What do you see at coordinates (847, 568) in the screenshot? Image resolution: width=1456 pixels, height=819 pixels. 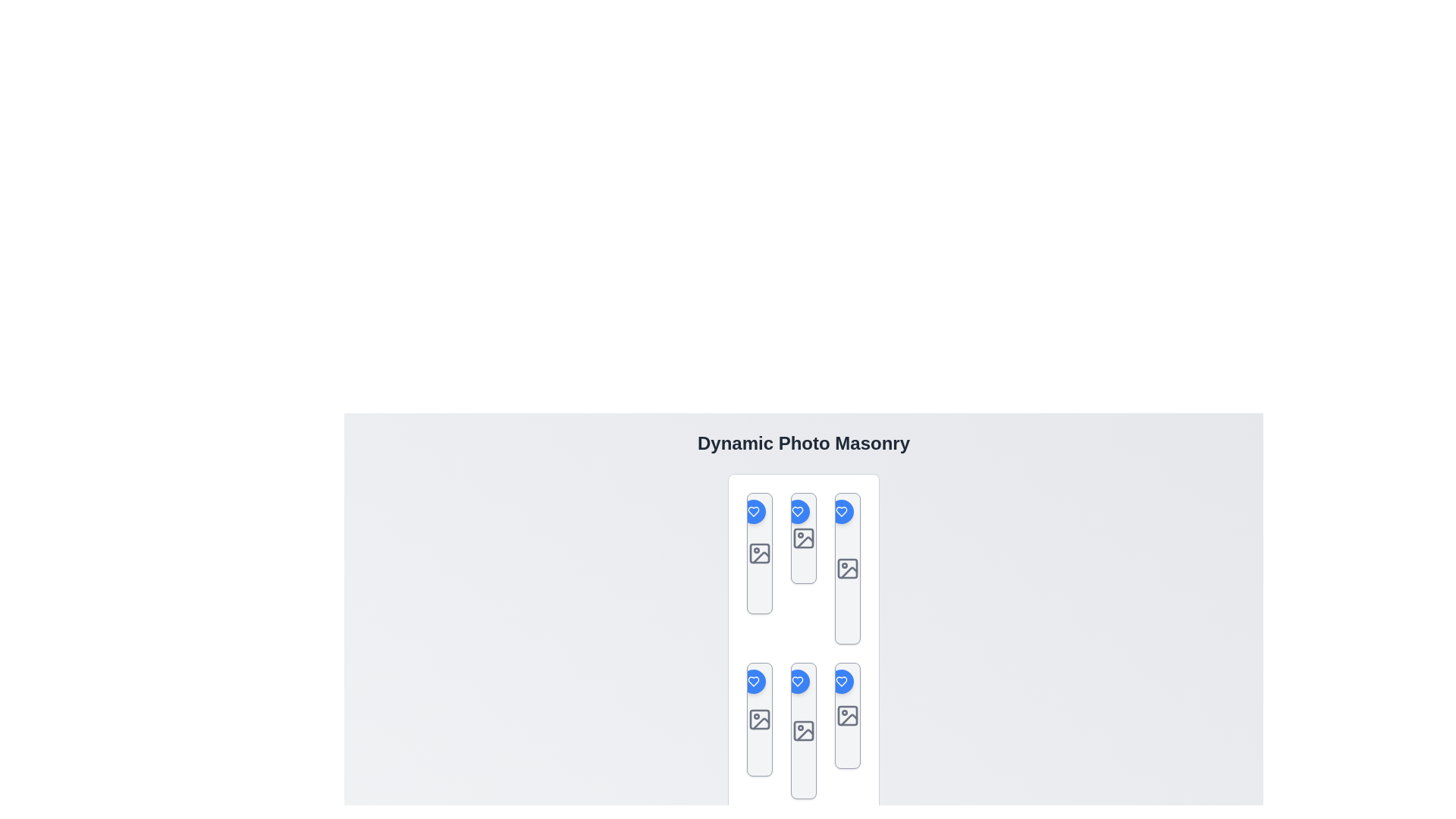 I see `the image placeholder icon located in the second row of the third column of a vertically-arranged grid` at bounding box center [847, 568].